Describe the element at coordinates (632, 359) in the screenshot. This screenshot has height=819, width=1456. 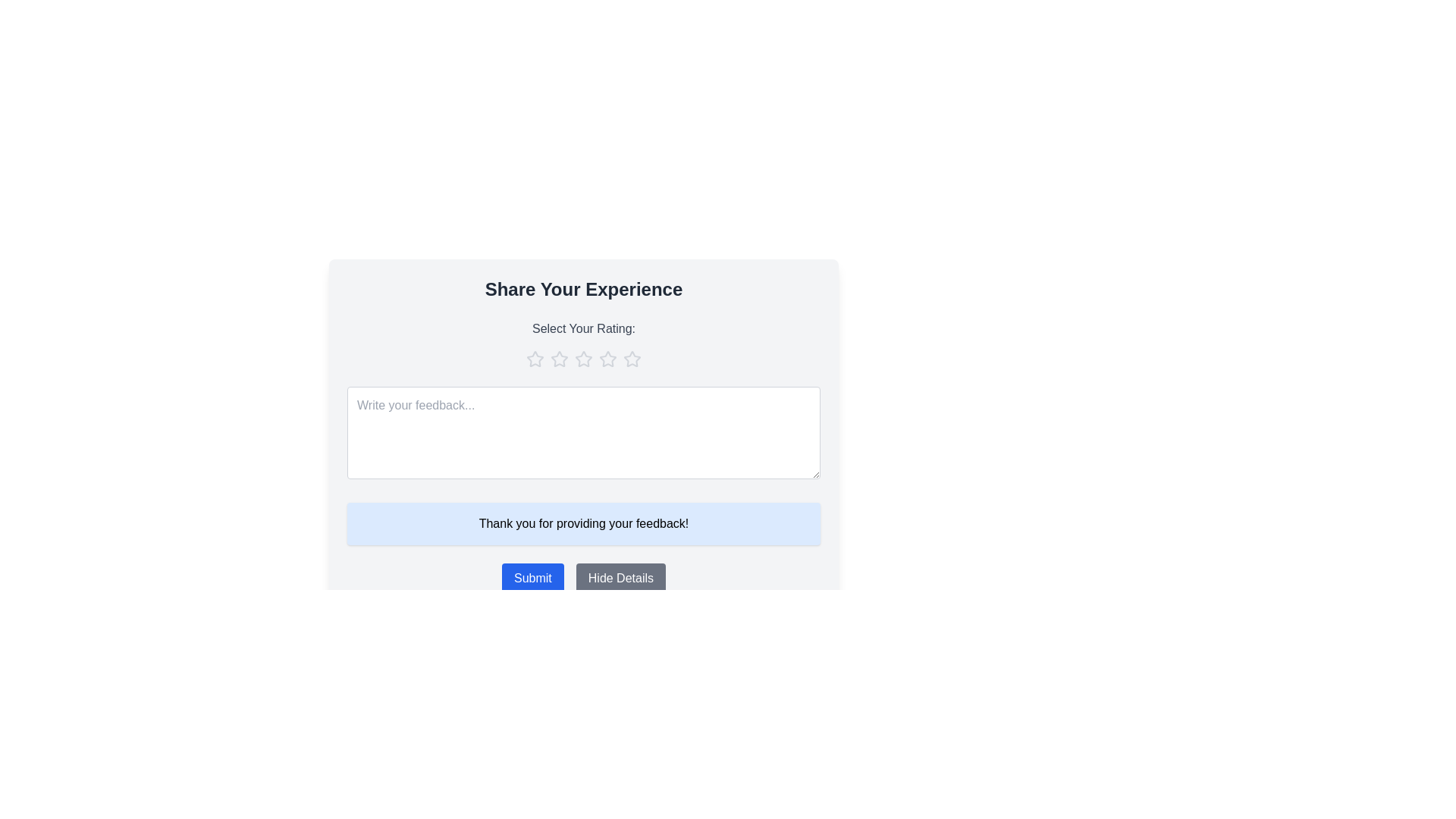
I see `the fifth star icon in the rating component` at that location.